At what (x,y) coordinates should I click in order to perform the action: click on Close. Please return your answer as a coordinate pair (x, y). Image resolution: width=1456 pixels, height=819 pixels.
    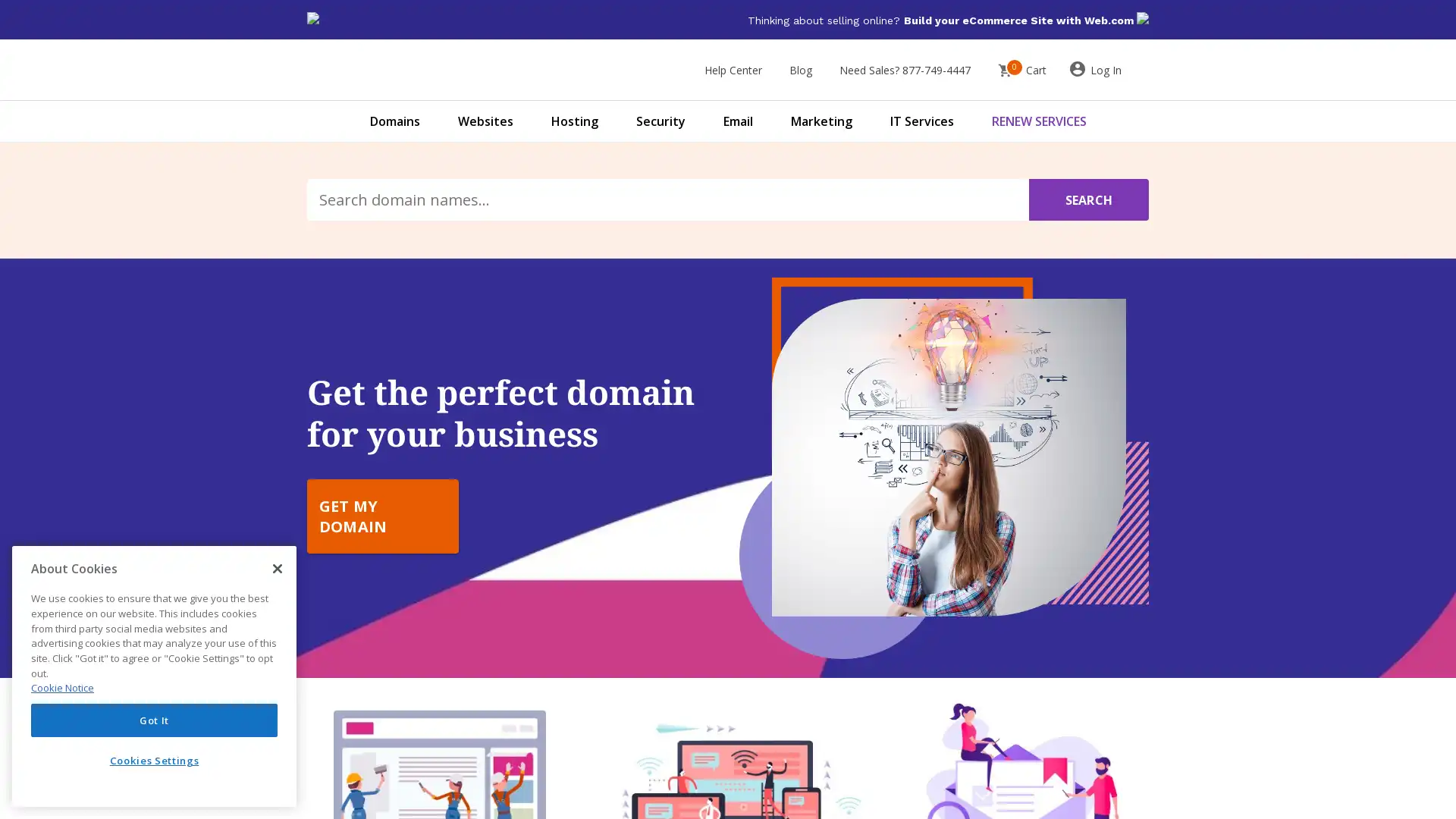
    Looking at the image, I should click on (277, 568).